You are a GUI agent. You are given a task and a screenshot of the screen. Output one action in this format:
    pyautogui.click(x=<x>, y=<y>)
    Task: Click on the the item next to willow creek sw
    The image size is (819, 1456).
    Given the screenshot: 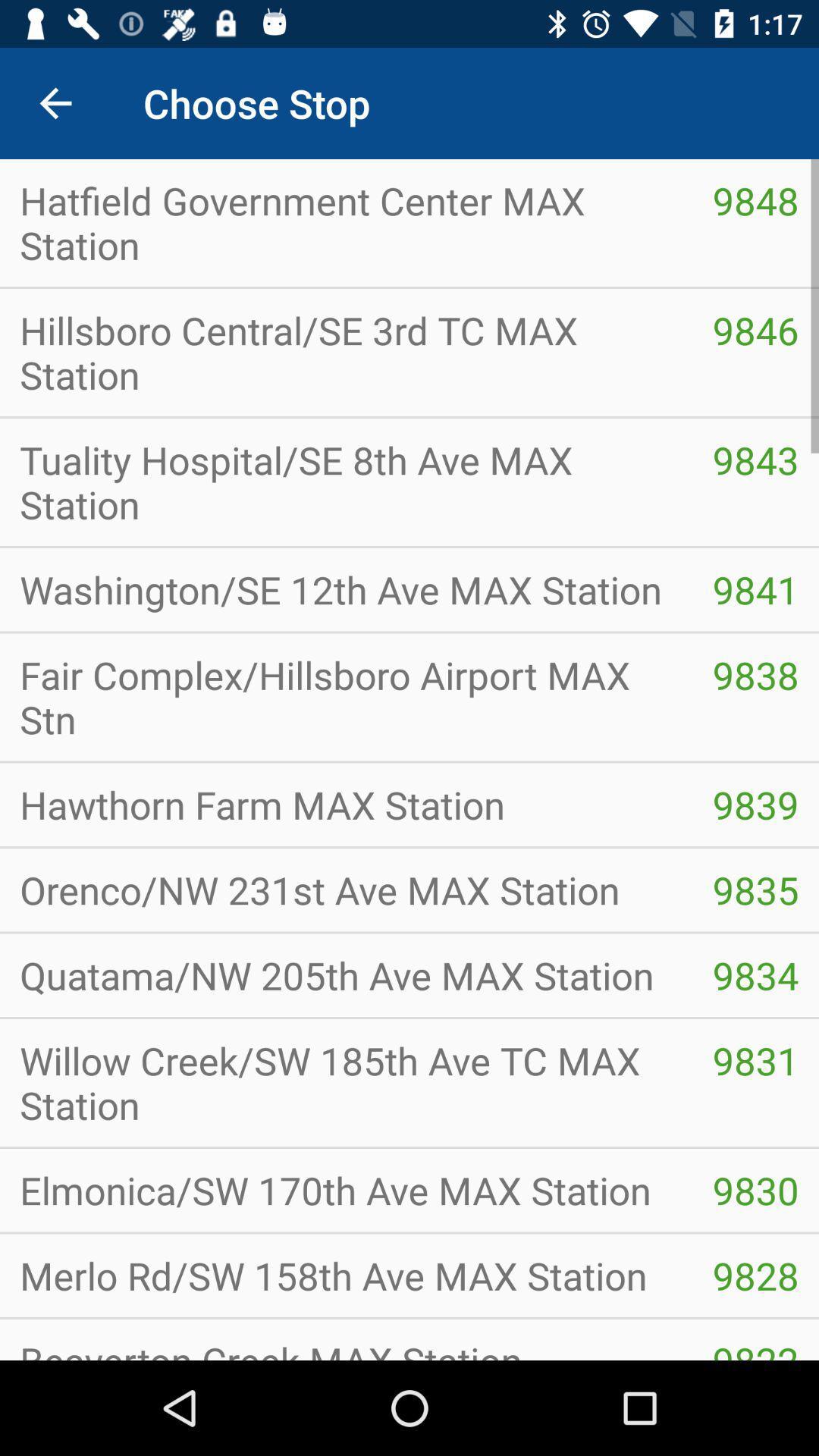 What is the action you would take?
    pyautogui.click(x=755, y=1189)
    